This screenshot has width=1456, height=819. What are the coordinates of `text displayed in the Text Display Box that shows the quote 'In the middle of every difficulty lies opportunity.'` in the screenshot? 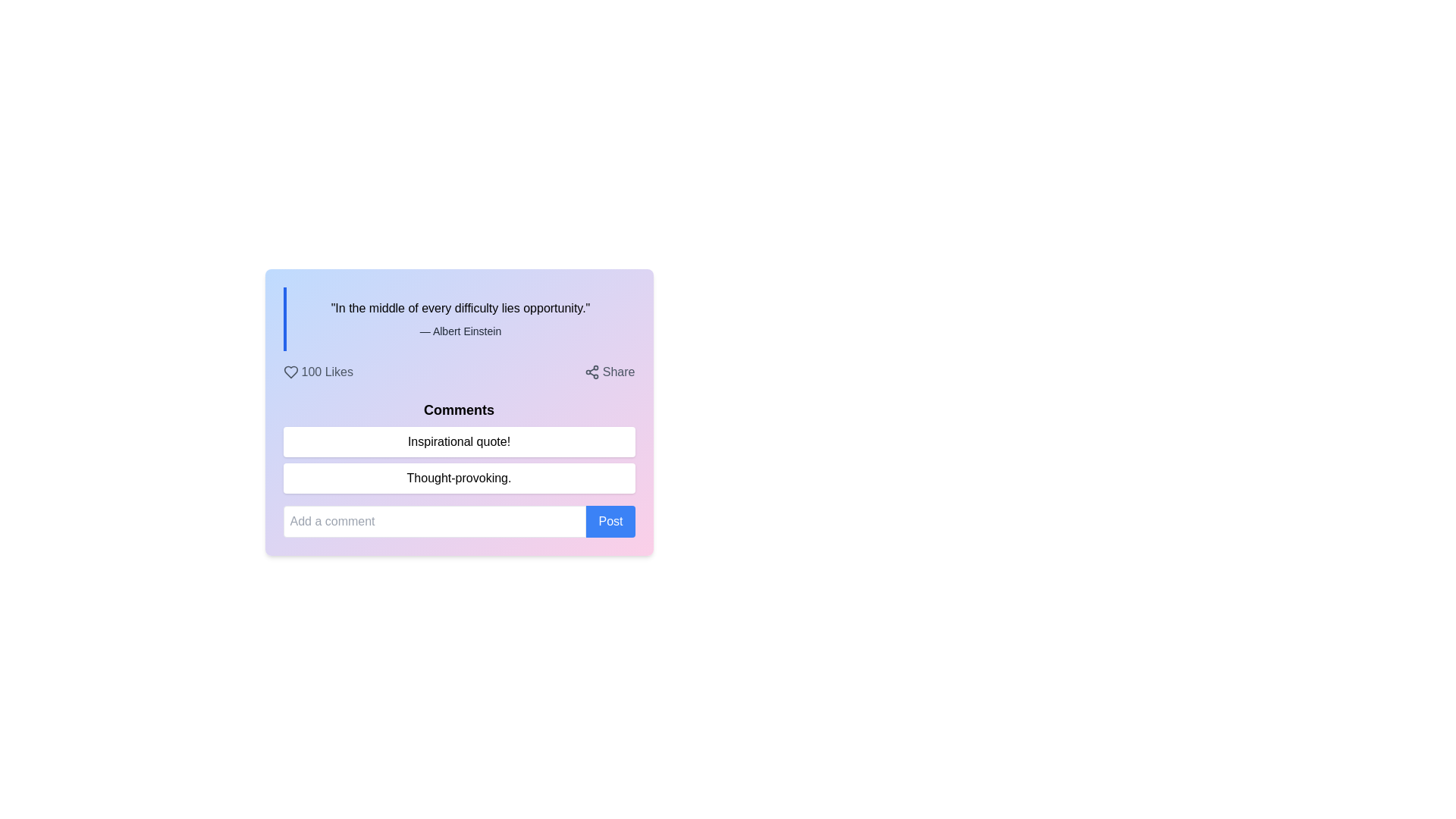 It's located at (458, 318).